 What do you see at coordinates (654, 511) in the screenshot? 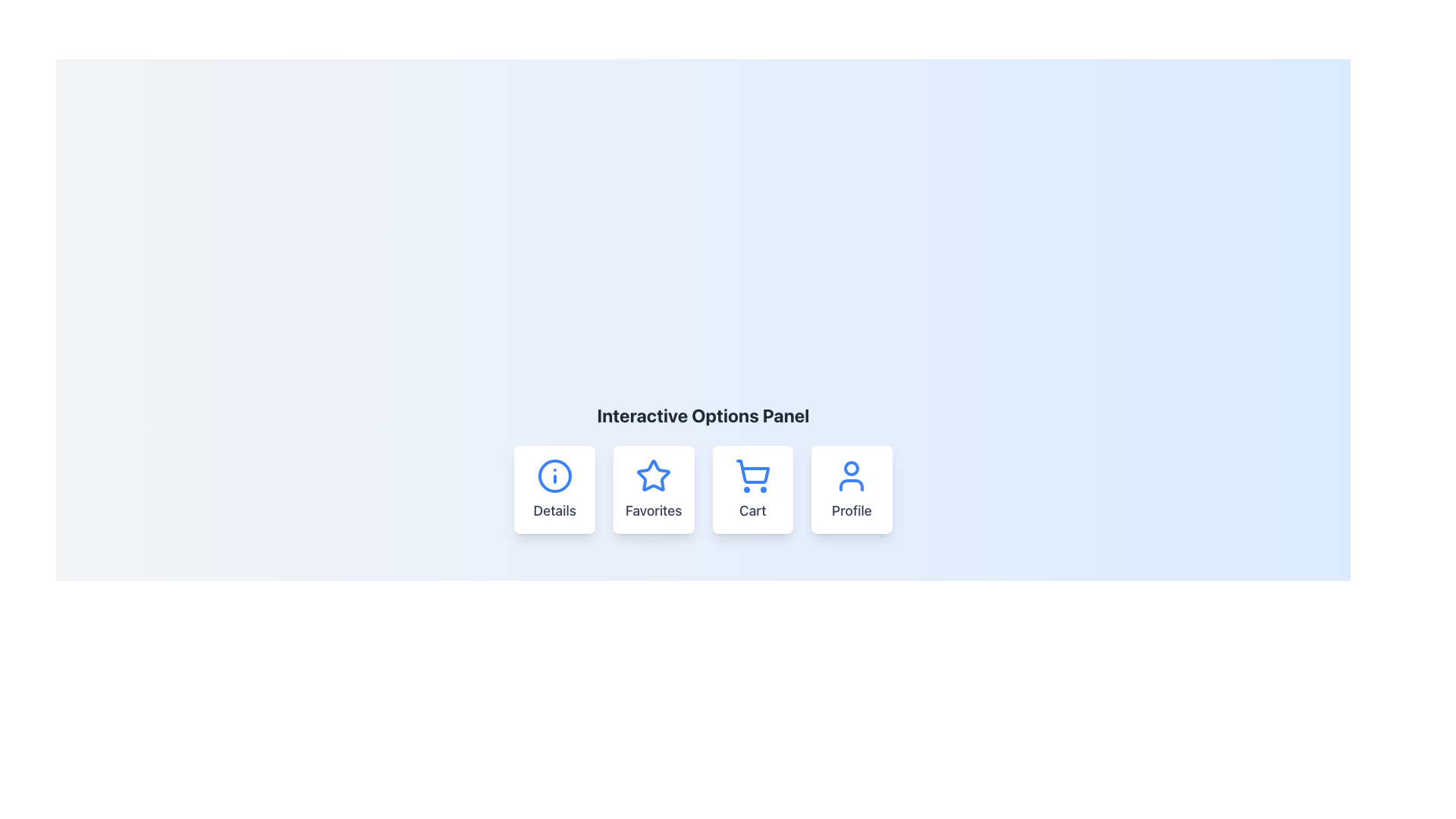
I see `the 'Favorites' text label, which provides descriptive information for the associated star icon located centrally beneath the star icon in the Interactive Options Panel` at bounding box center [654, 511].